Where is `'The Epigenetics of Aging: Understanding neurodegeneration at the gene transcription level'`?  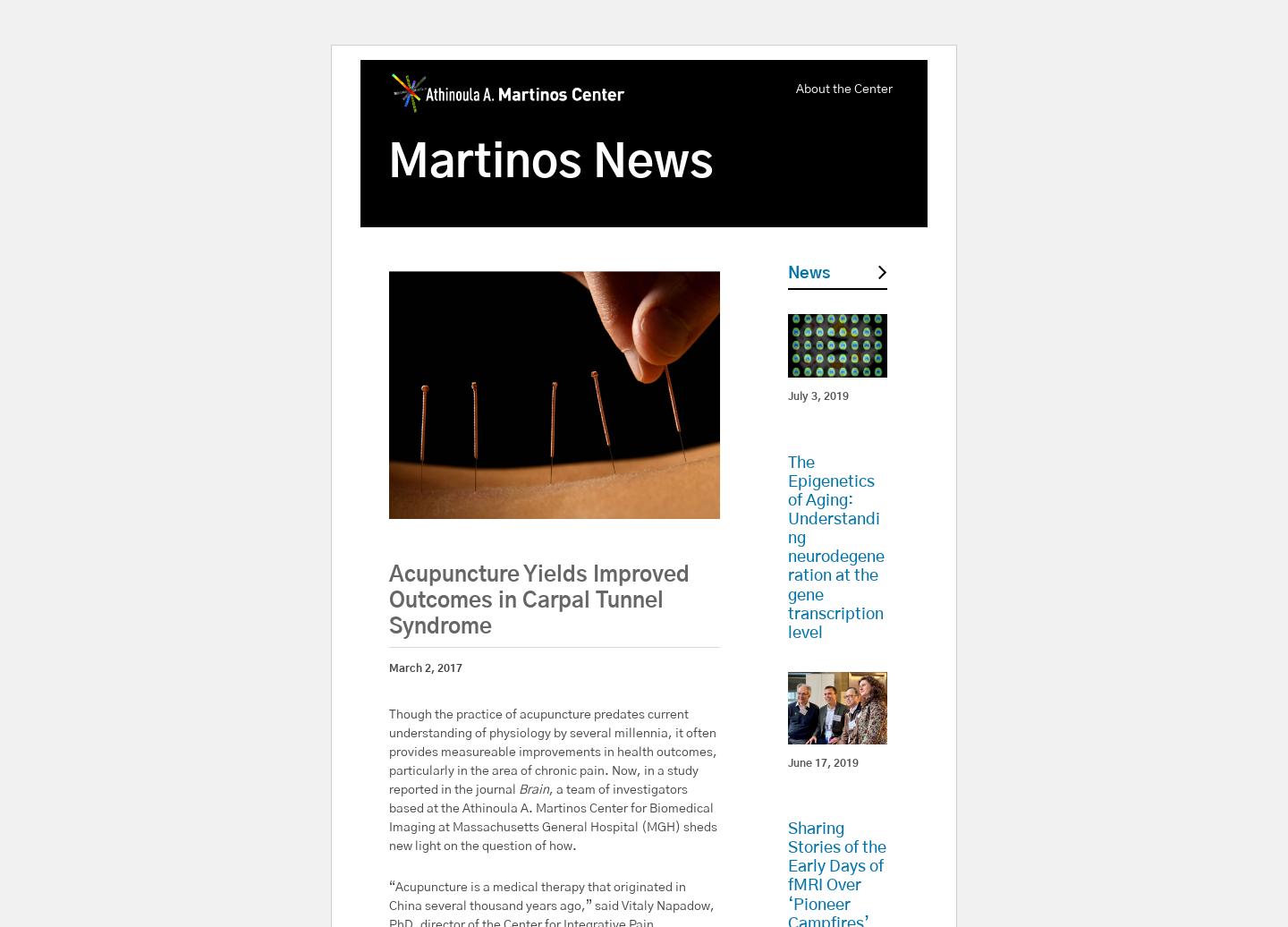
'The Epigenetics of Aging: Understanding neurodegeneration at the gene transcription level' is located at coordinates (835, 547).